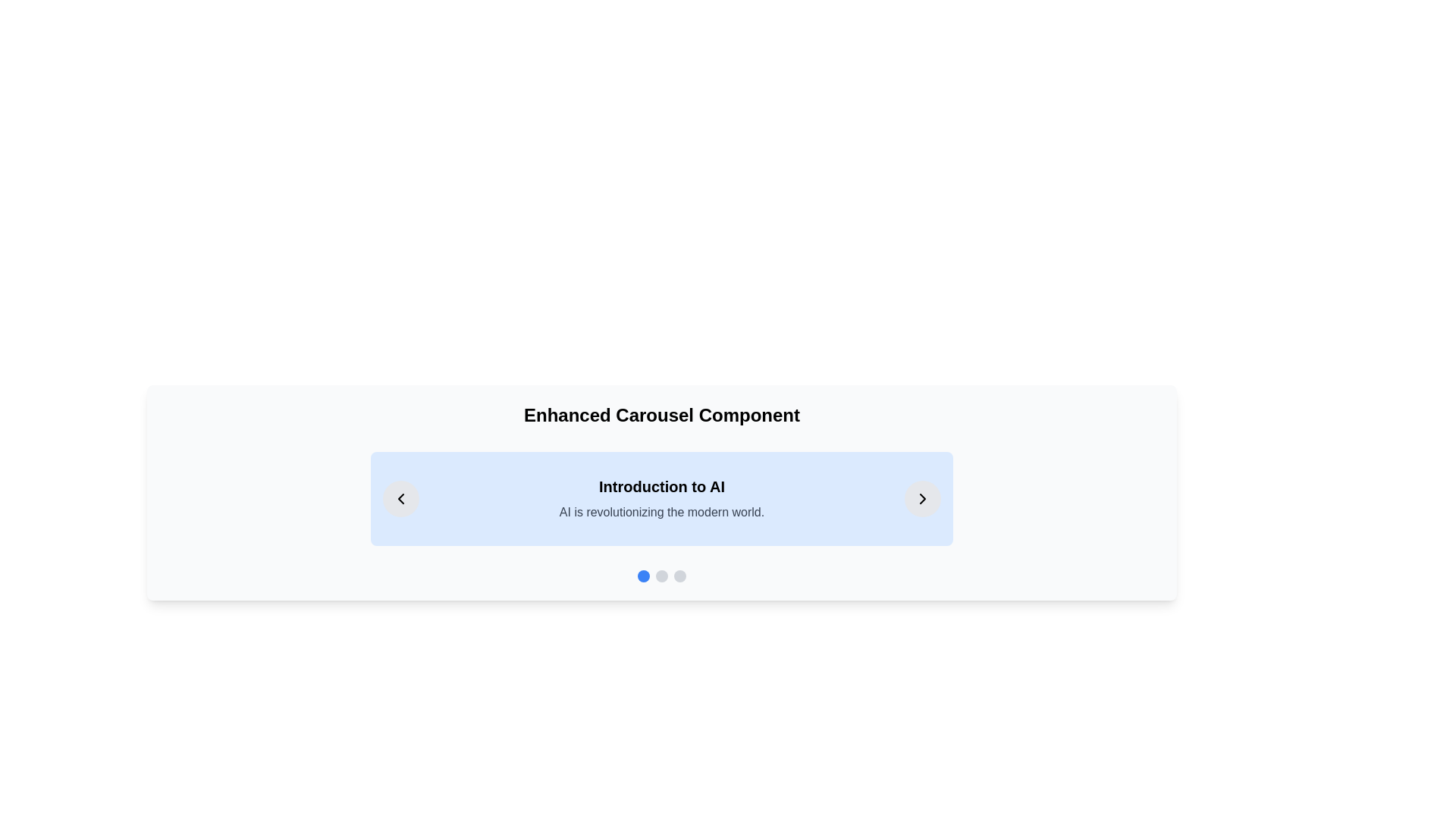 The image size is (1456, 819). What do you see at coordinates (662, 499) in the screenshot?
I see `the Carousel item with the text 'Introduction to AI' that has a light blue background and rounded corners, located in the middle of the 'Enhanced Carousel Component'` at bounding box center [662, 499].